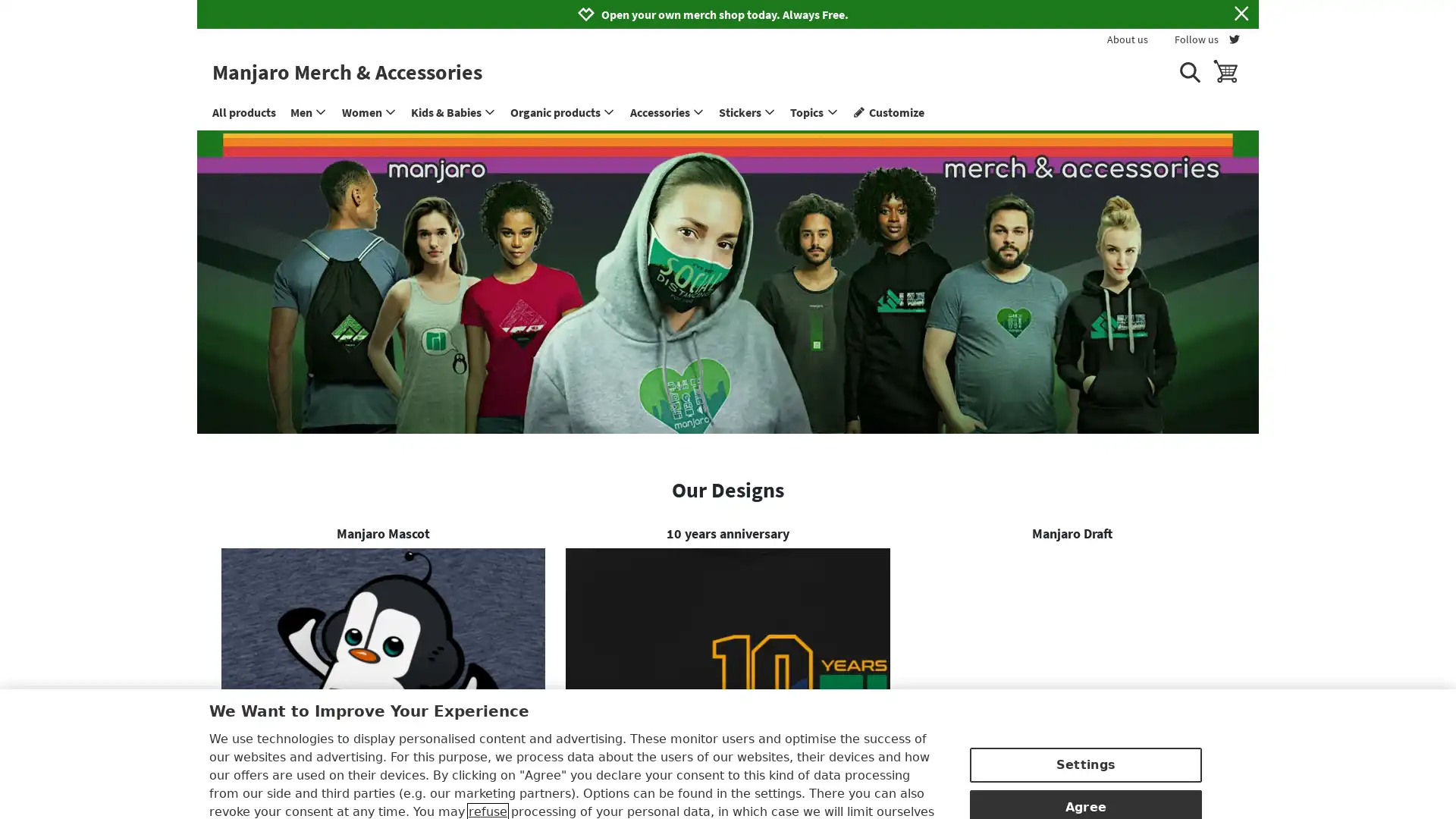 The image size is (1456, 819). What do you see at coordinates (1084, 730) in the screenshot?
I see `Agree` at bounding box center [1084, 730].